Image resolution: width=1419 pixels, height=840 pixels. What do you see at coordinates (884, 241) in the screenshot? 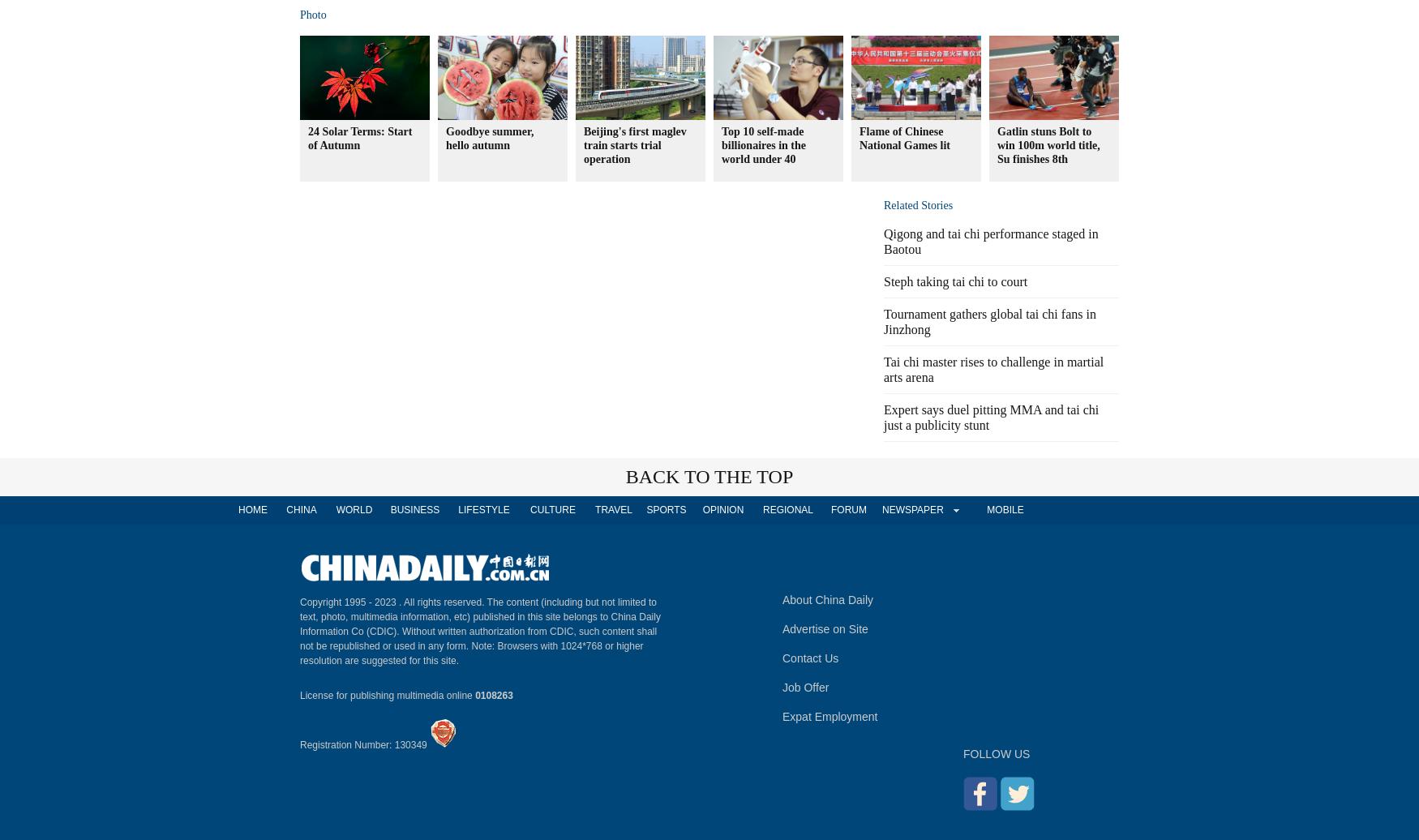
I see `'Qigong and tai chi performance staged in Baotou'` at bounding box center [884, 241].